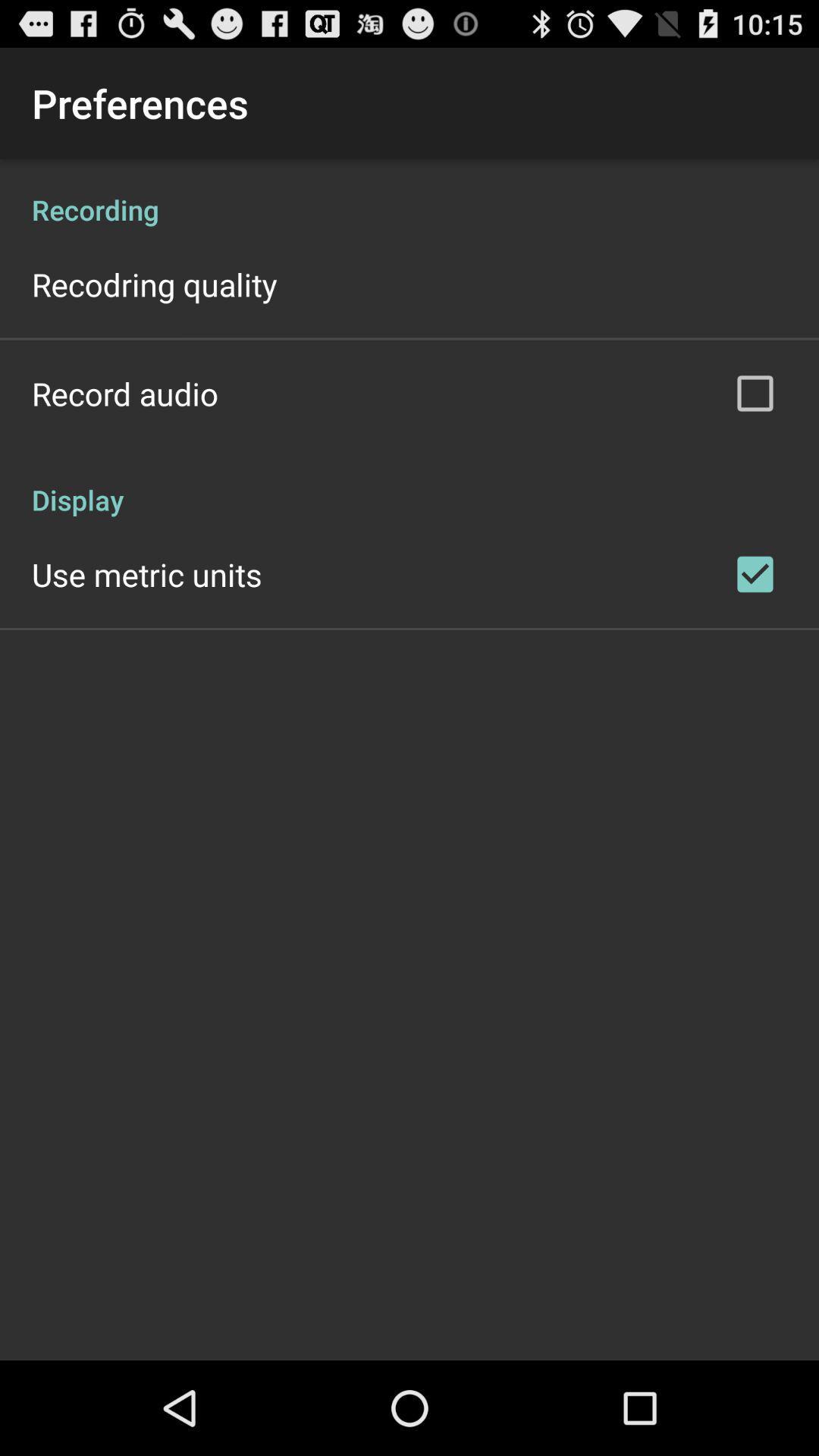 This screenshot has height=1456, width=819. Describe the element at coordinates (124, 393) in the screenshot. I see `record audio` at that location.